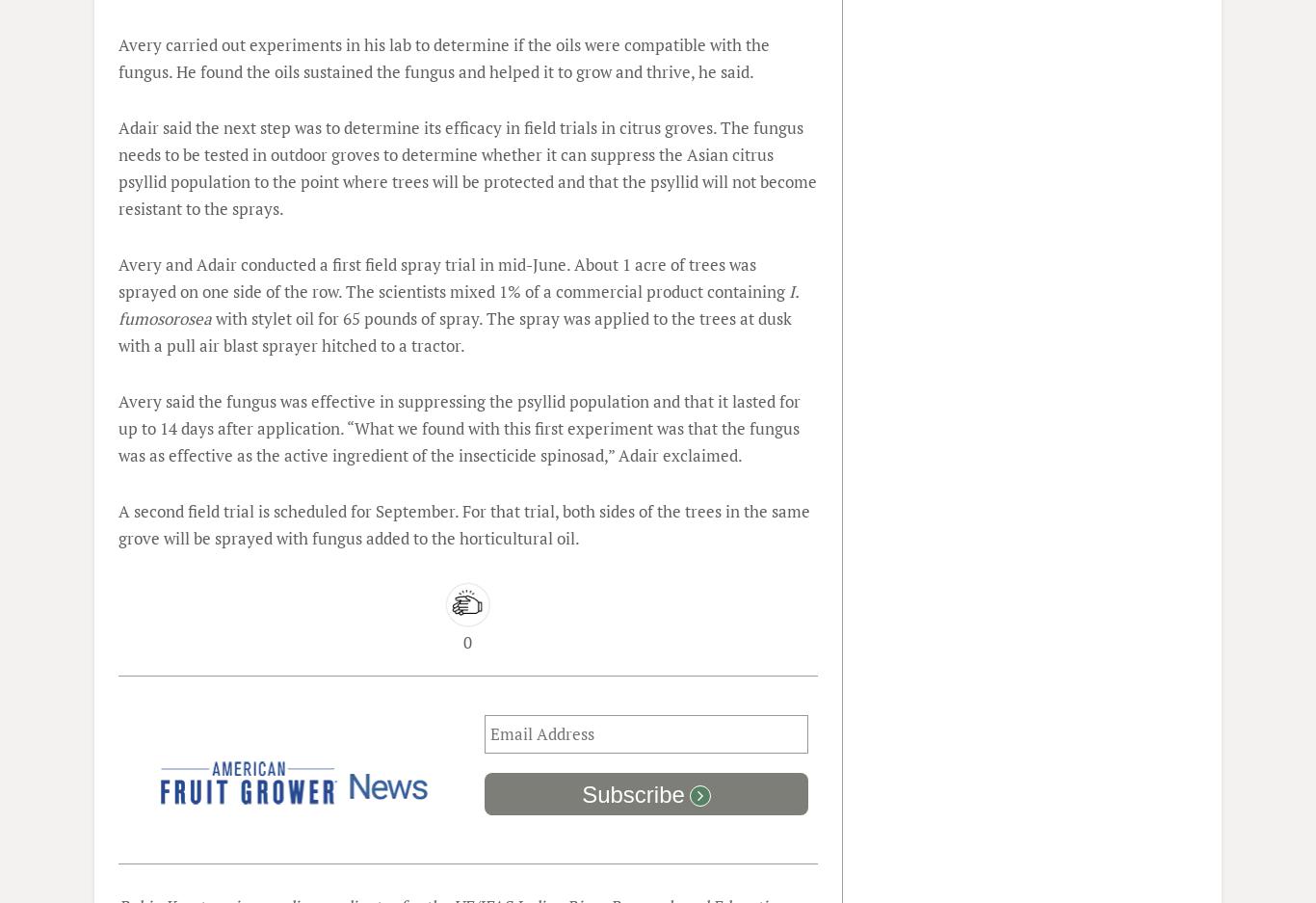  Describe the element at coordinates (467, 641) in the screenshot. I see `'0'` at that location.